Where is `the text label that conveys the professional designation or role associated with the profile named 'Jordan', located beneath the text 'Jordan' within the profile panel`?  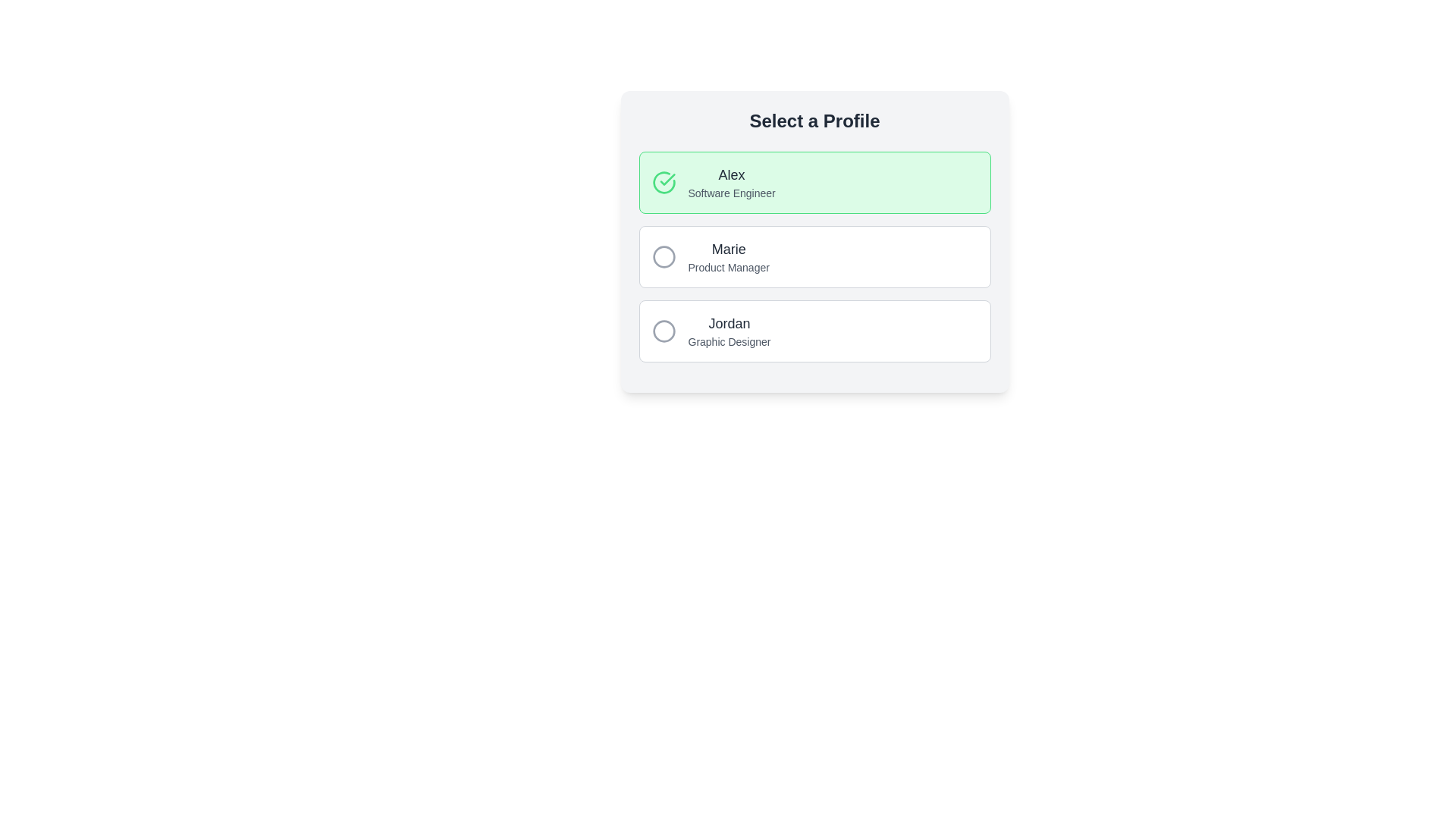 the text label that conveys the professional designation or role associated with the profile named 'Jordan', located beneath the text 'Jordan' within the profile panel is located at coordinates (729, 342).